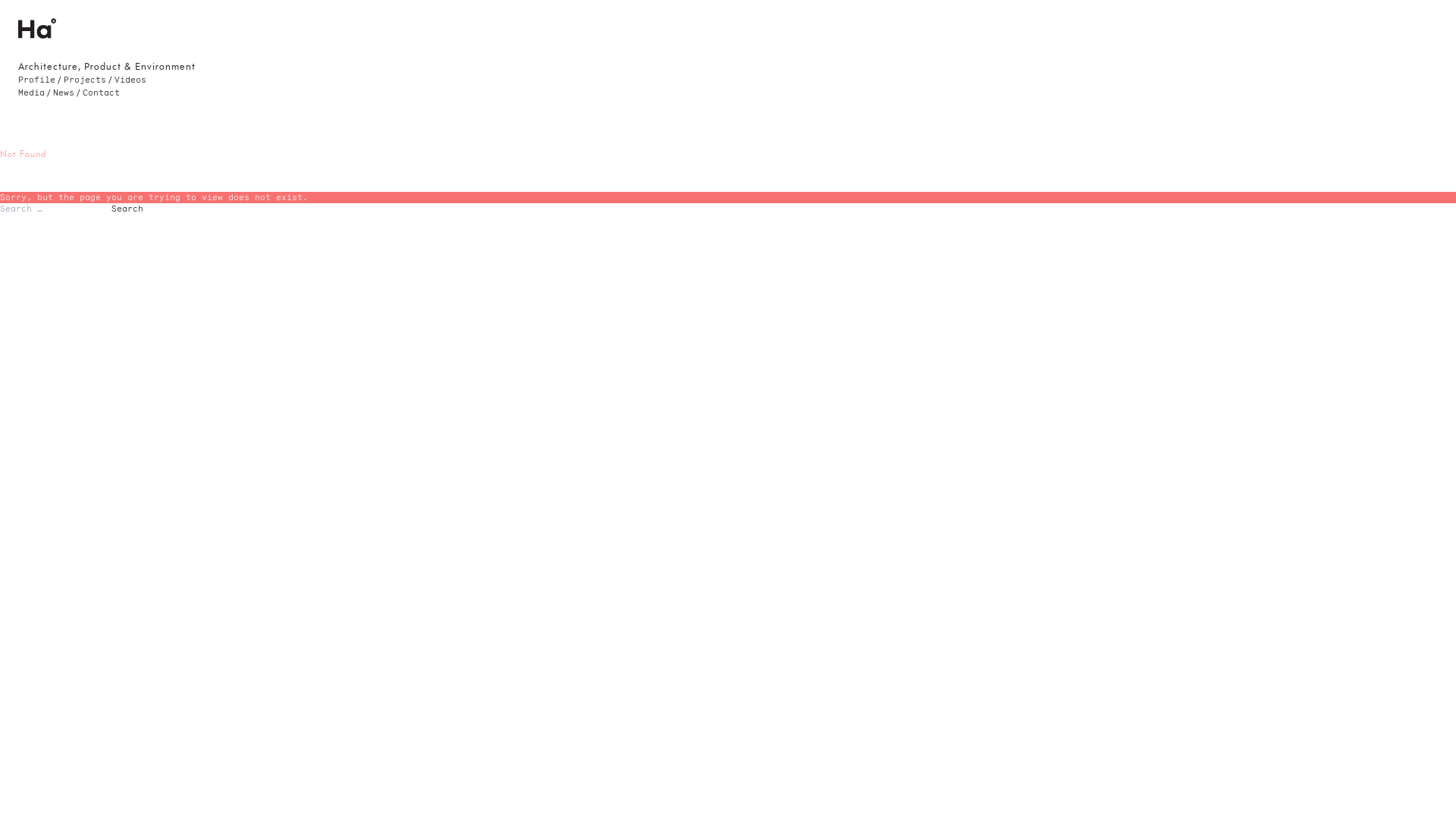 Image resolution: width=1456 pixels, height=819 pixels. I want to click on 'Search', so click(127, 209).